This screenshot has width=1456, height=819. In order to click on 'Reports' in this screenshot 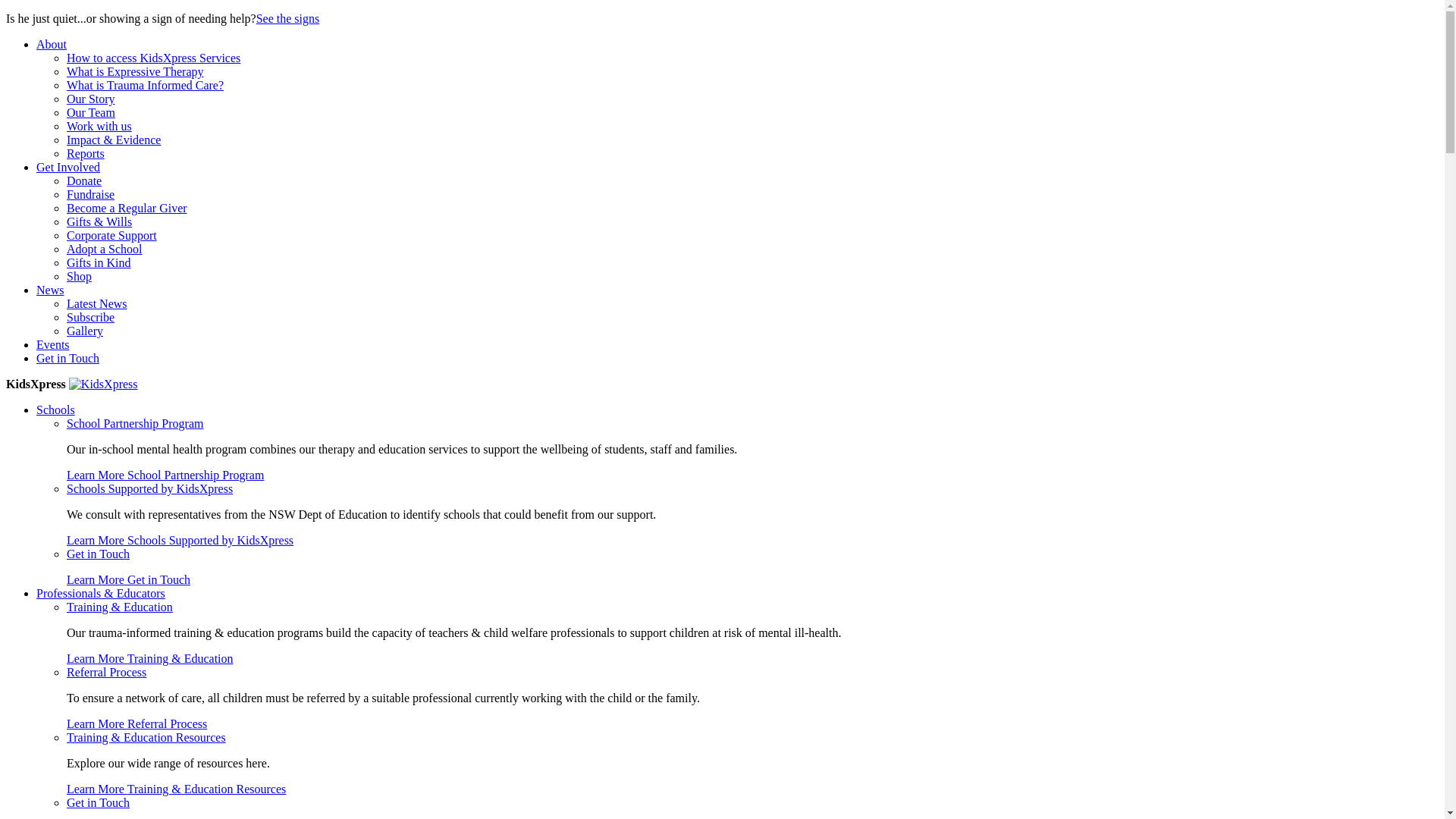, I will do `click(85, 153)`.